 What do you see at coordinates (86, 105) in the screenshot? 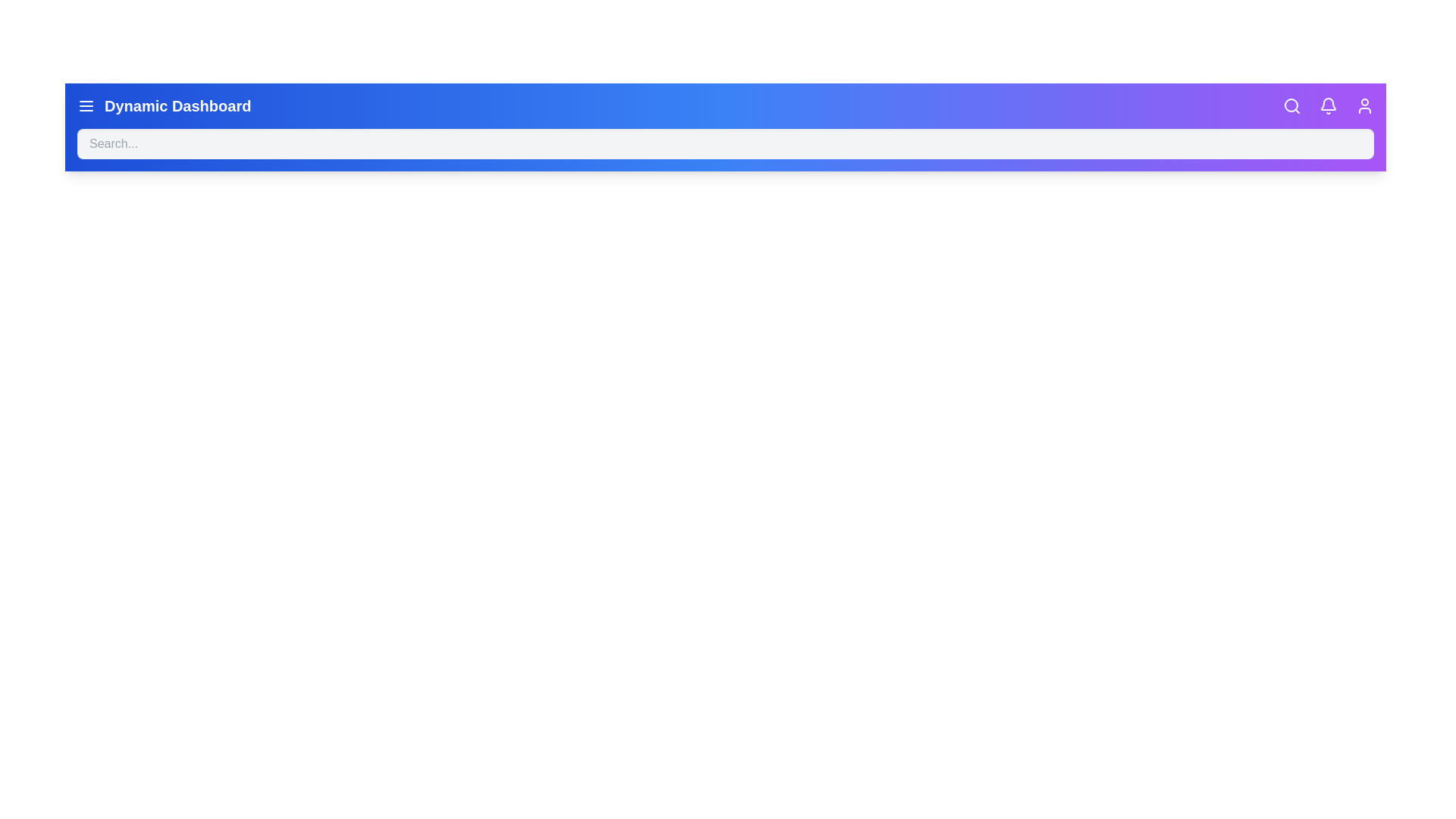
I see `the menu icon to open the navigation options` at bounding box center [86, 105].